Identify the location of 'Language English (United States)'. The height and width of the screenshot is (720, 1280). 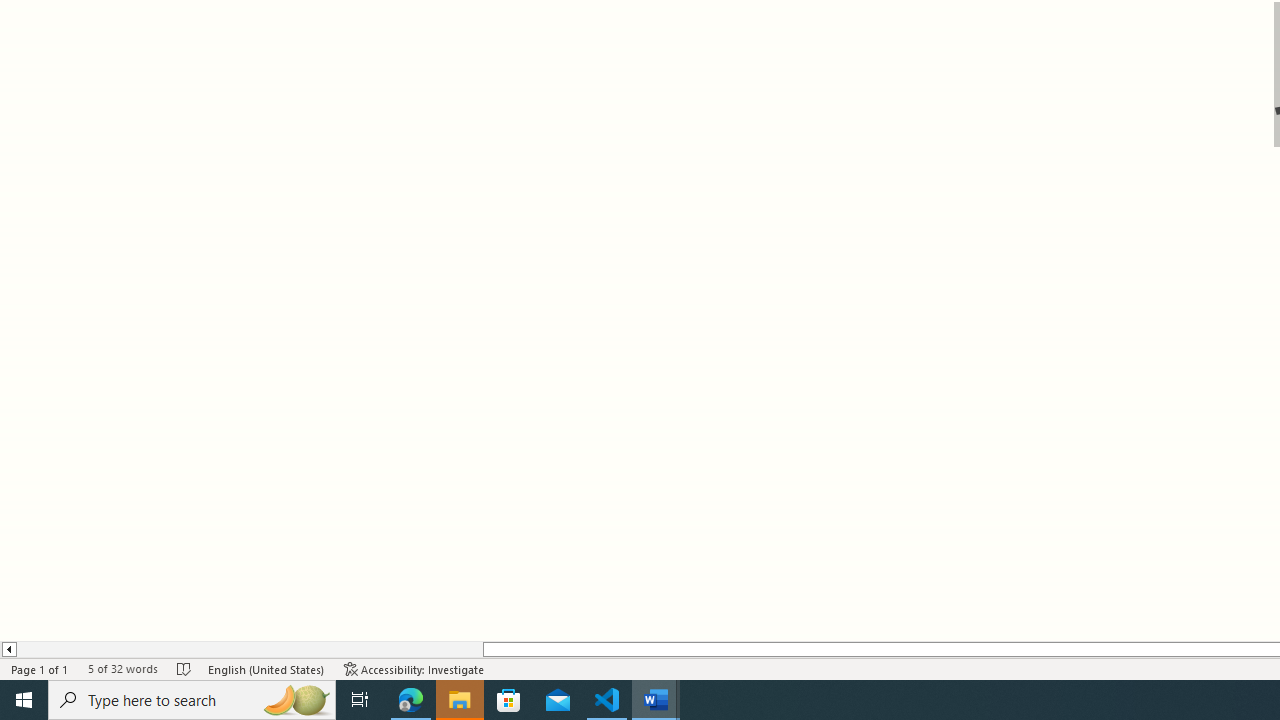
(265, 669).